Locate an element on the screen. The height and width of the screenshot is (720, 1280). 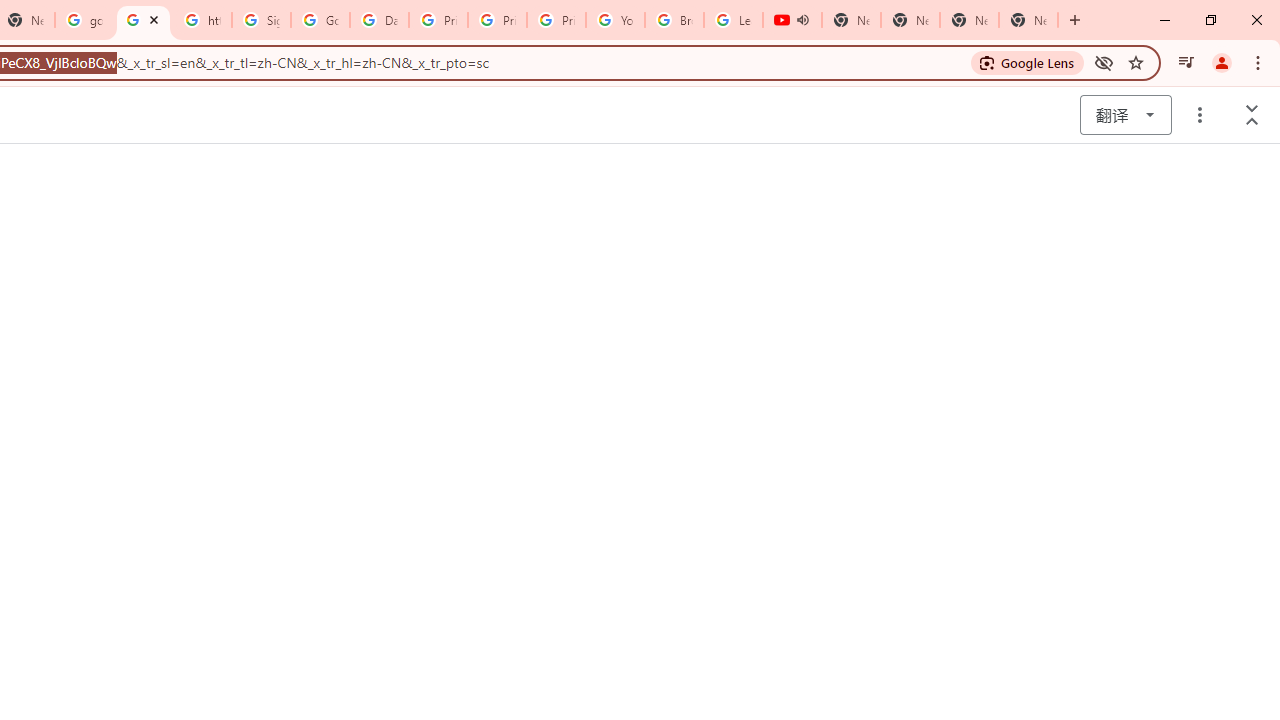
'Sign in - Google Accounts' is located at coordinates (260, 20).